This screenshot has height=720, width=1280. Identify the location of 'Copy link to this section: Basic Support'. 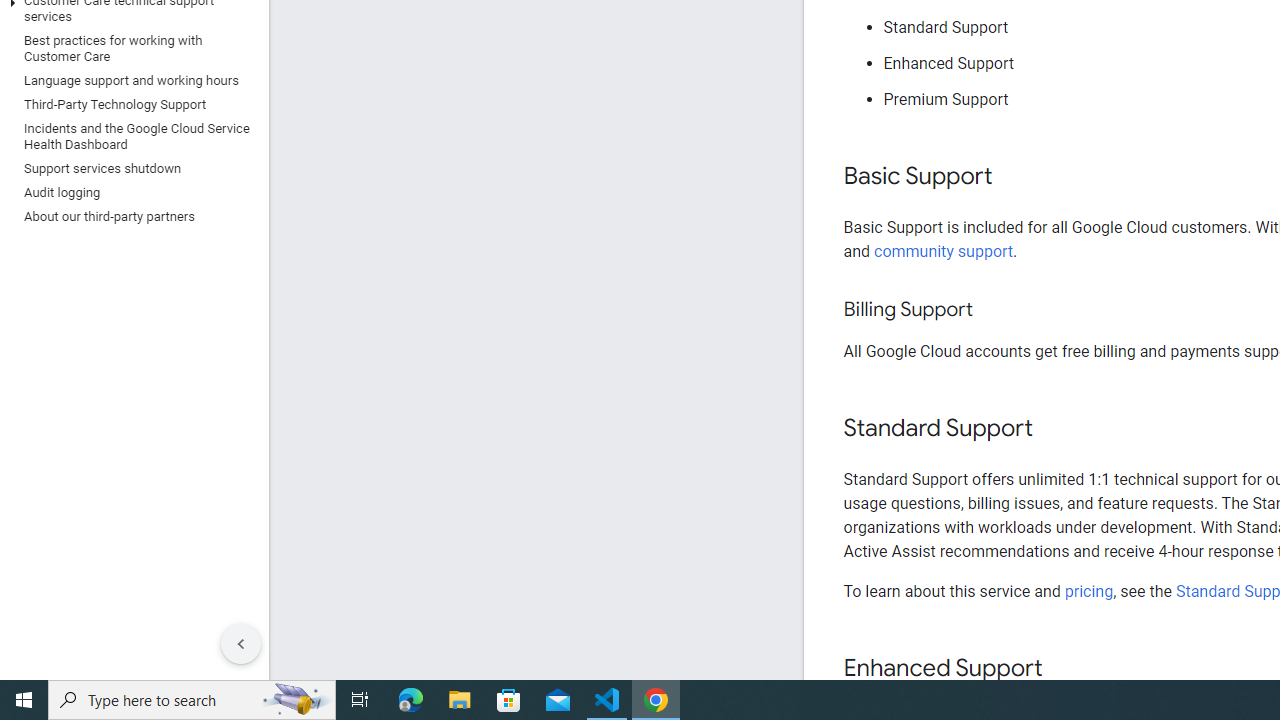
(1012, 176).